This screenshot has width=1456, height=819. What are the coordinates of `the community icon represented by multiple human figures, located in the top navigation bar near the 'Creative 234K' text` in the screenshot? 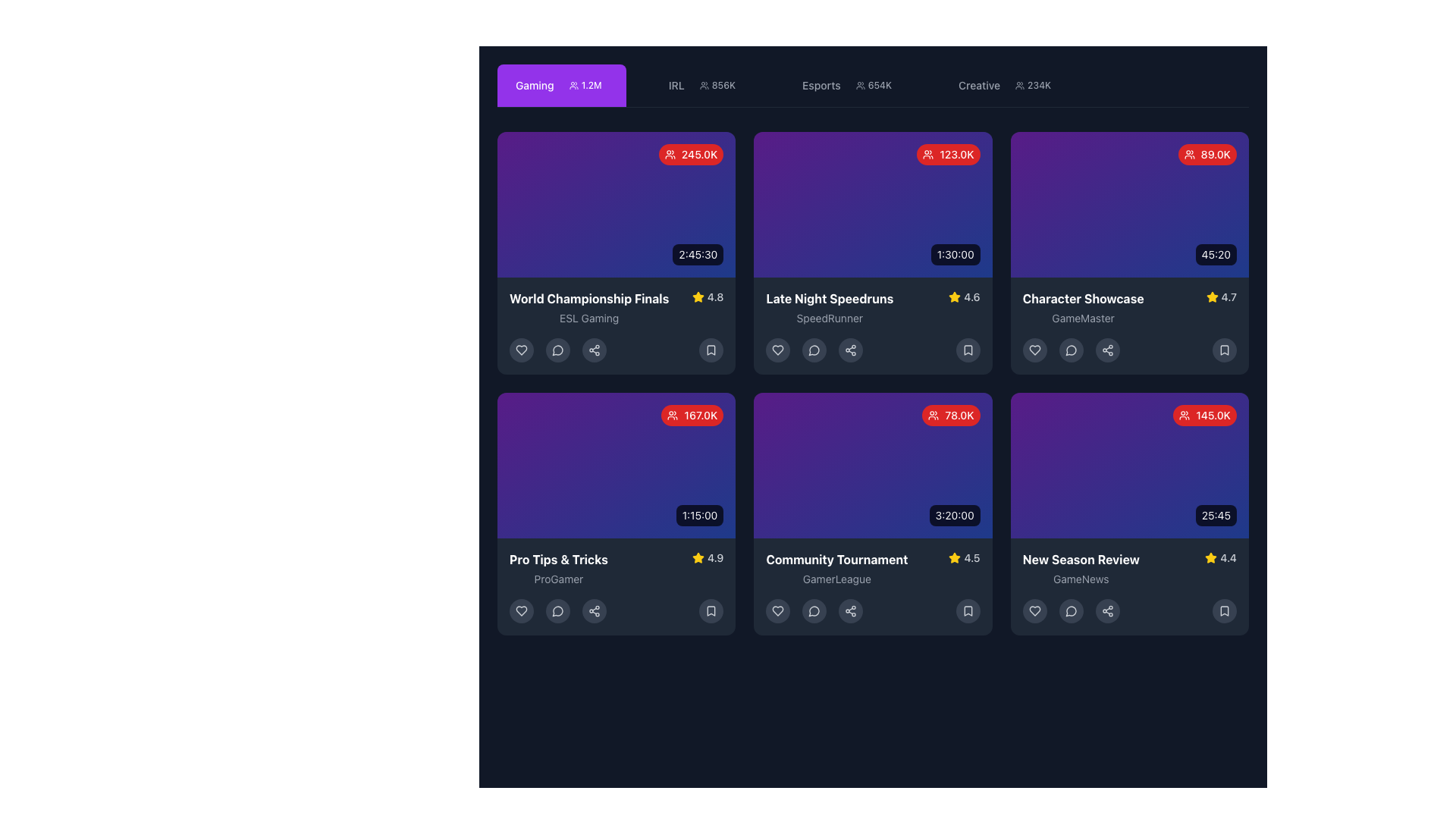 It's located at (1020, 85).